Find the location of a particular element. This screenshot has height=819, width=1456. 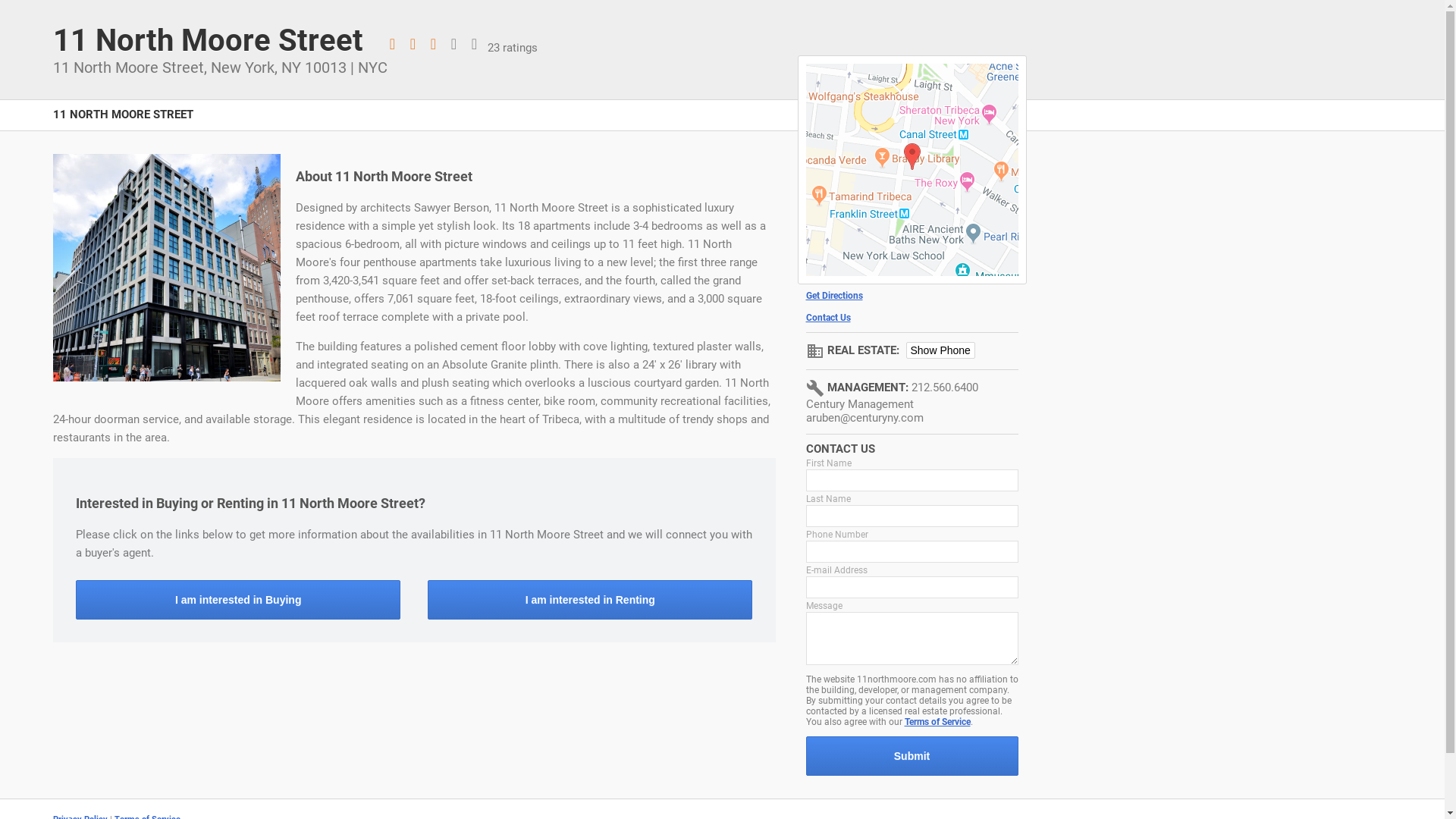

'I am interested in Renting' is located at coordinates (588, 598).